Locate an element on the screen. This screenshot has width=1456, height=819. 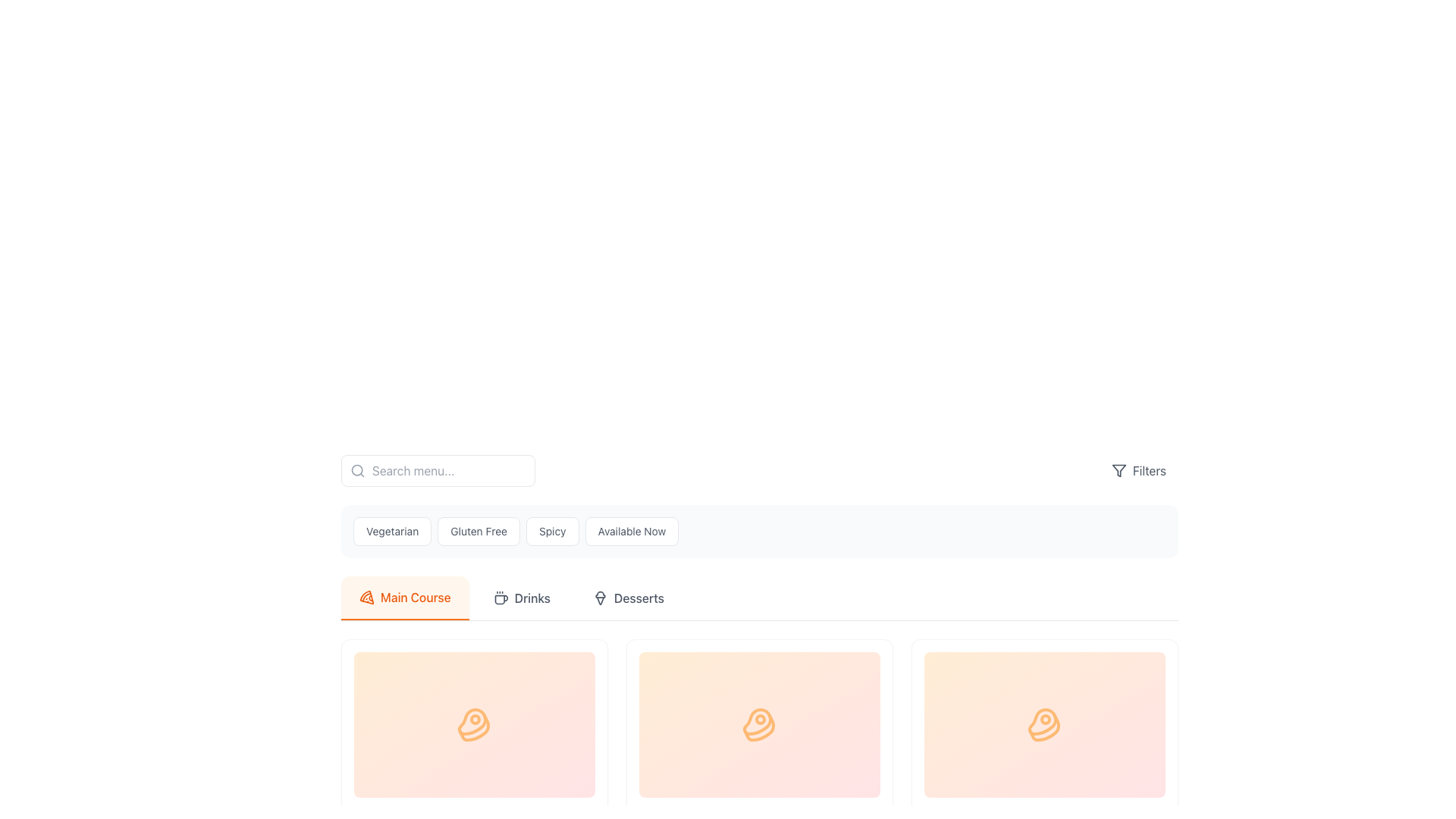
the orange-colored pizza slice icon that is the leftmost icon in the 'Main Course' tab bar, positioned immediately to the left of the 'Main Course' text label is located at coordinates (367, 596).